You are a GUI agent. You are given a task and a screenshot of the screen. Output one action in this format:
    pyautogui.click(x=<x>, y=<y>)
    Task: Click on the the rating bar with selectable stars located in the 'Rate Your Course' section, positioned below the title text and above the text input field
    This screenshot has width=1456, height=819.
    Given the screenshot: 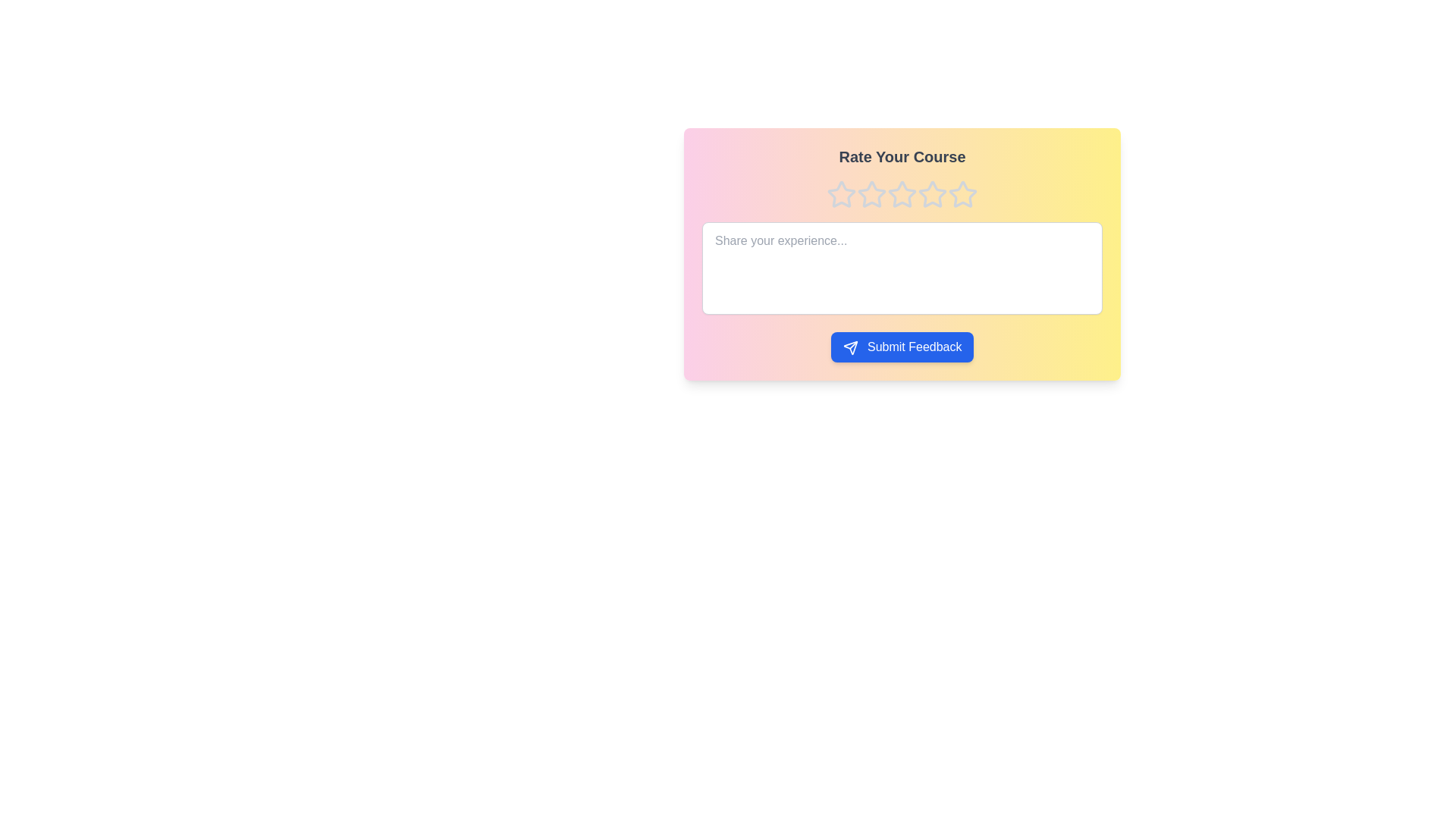 What is the action you would take?
    pyautogui.click(x=902, y=194)
    